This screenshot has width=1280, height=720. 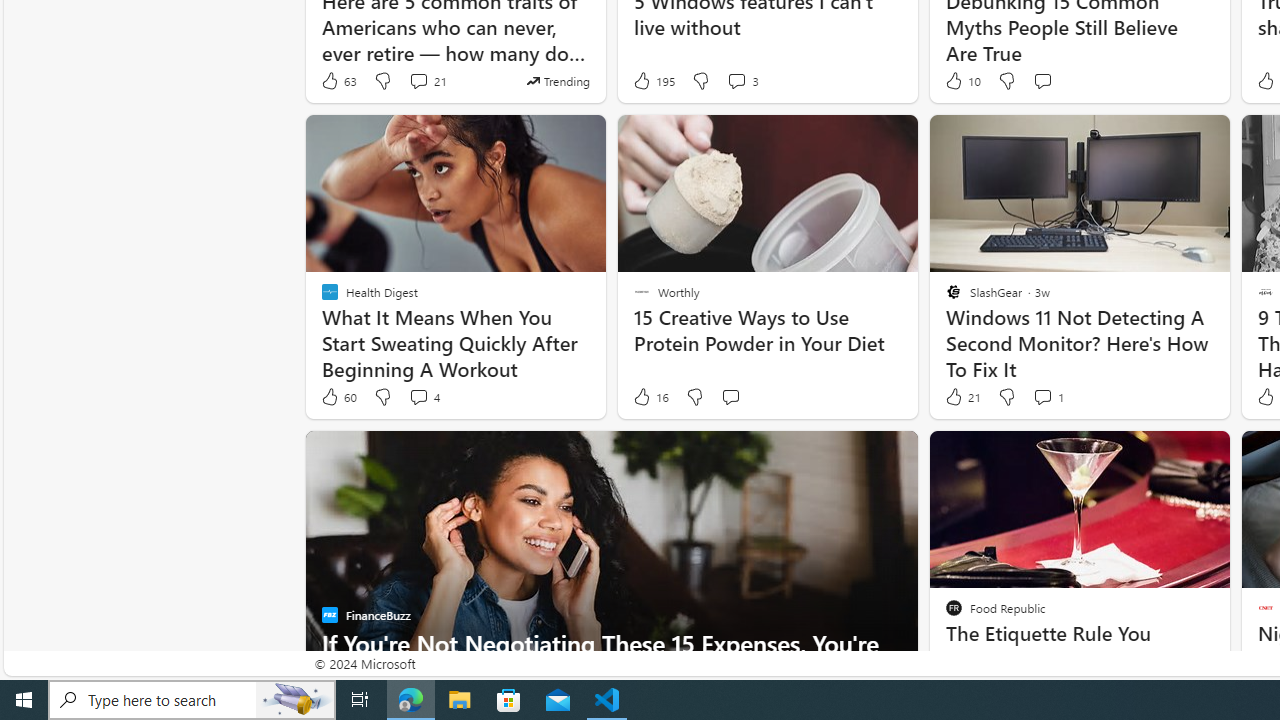 What do you see at coordinates (337, 80) in the screenshot?
I see `'63 Like'` at bounding box center [337, 80].